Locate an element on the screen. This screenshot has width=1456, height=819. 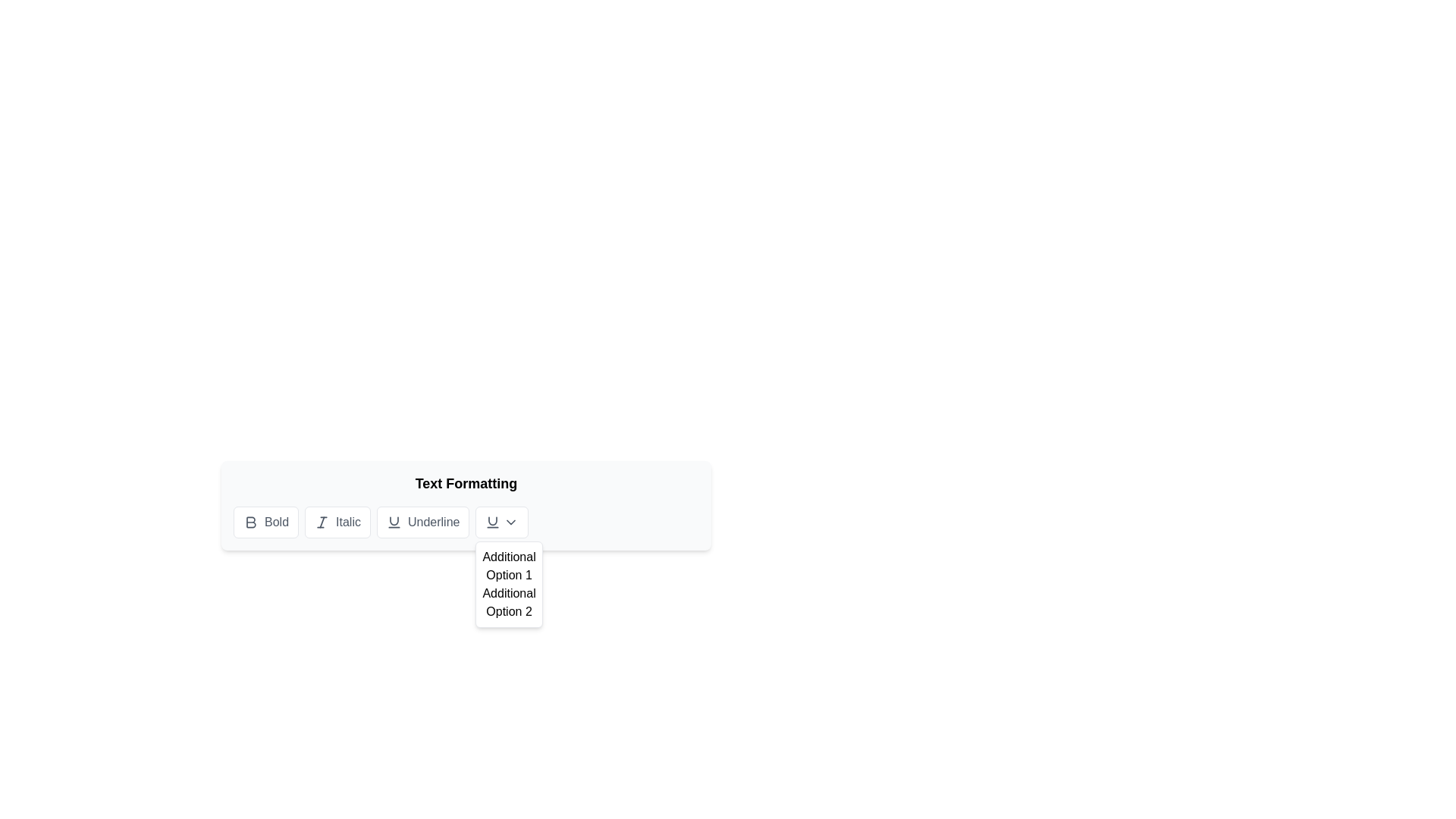
text label that says 'Underline' which is styled with a gray font against a white background, located near the center of the layout interface beside an underline icon is located at coordinates (433, 522).